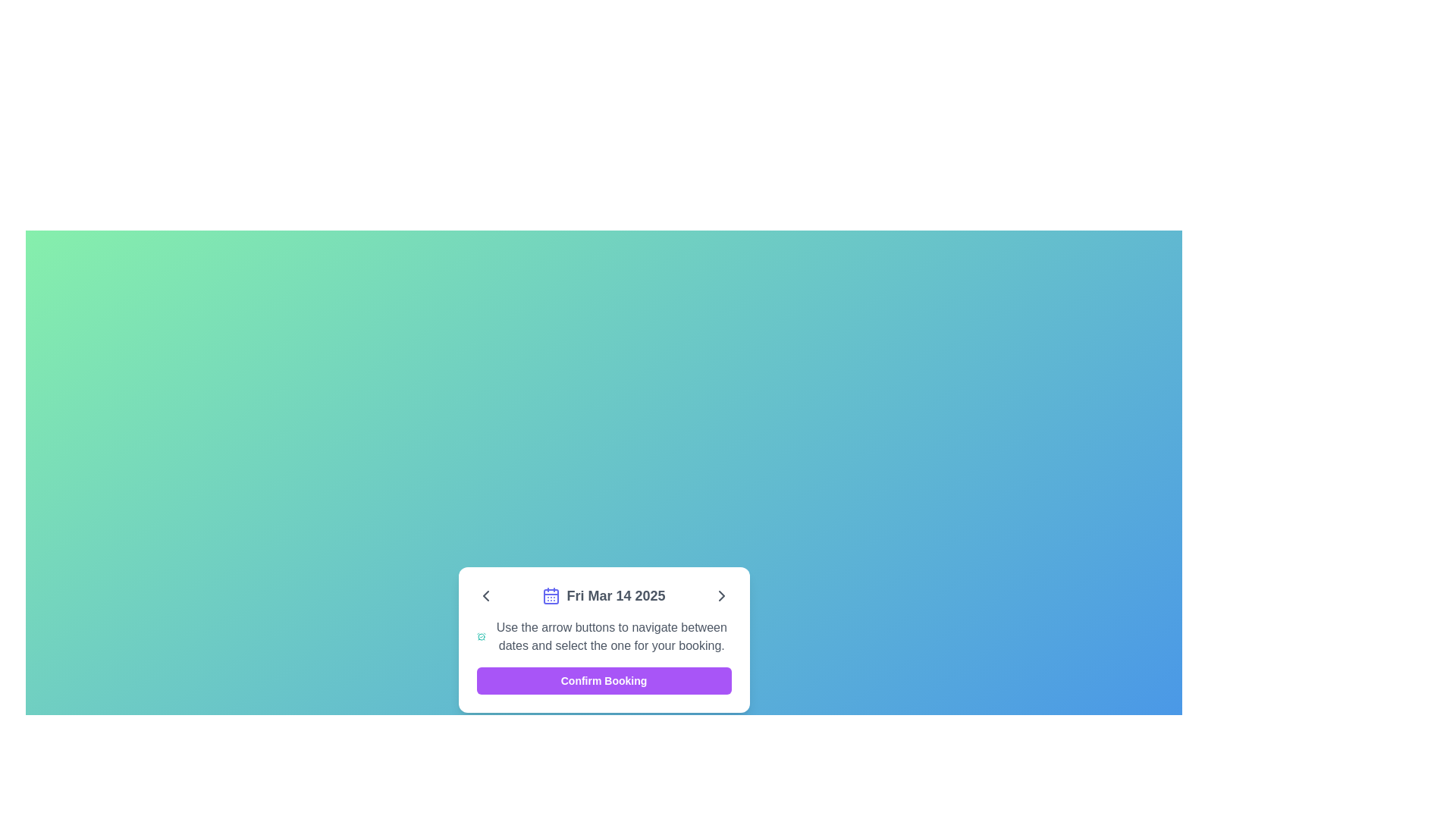 The image size is (1456, 819). I want to click on the inner portion of the calendar icon, which is a decorative or structural component located centrally aligned towards the bottom of the icon layout, so click(551, 595).